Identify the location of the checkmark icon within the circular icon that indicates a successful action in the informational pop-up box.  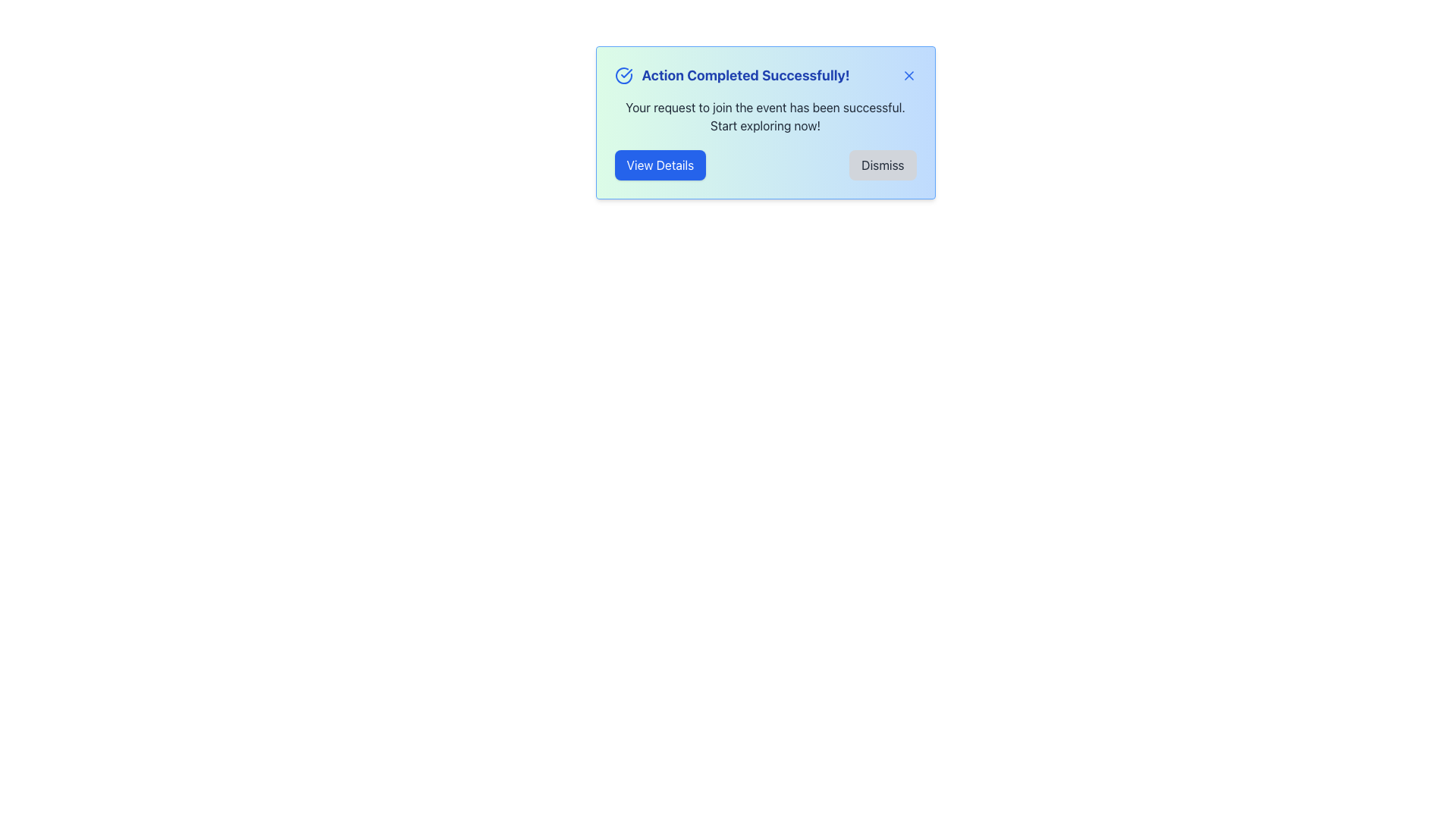
(626, 73).